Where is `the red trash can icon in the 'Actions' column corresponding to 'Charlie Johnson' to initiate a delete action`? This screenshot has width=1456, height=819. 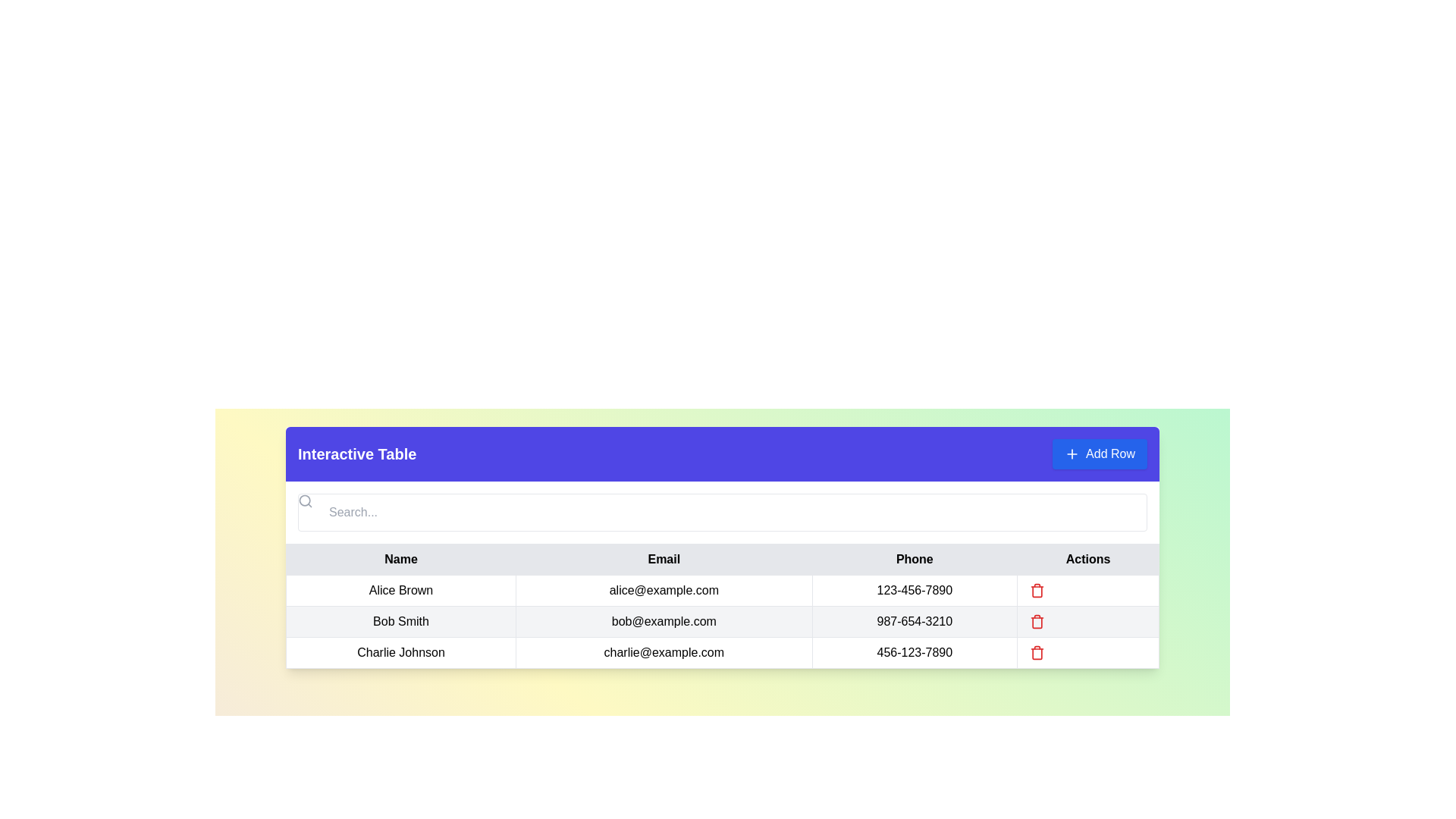
the red trash can icon in the 'Actions' column corresponding to 'Charlie Johnson' to initiate a delete action is located at coordinates (1037, 651).